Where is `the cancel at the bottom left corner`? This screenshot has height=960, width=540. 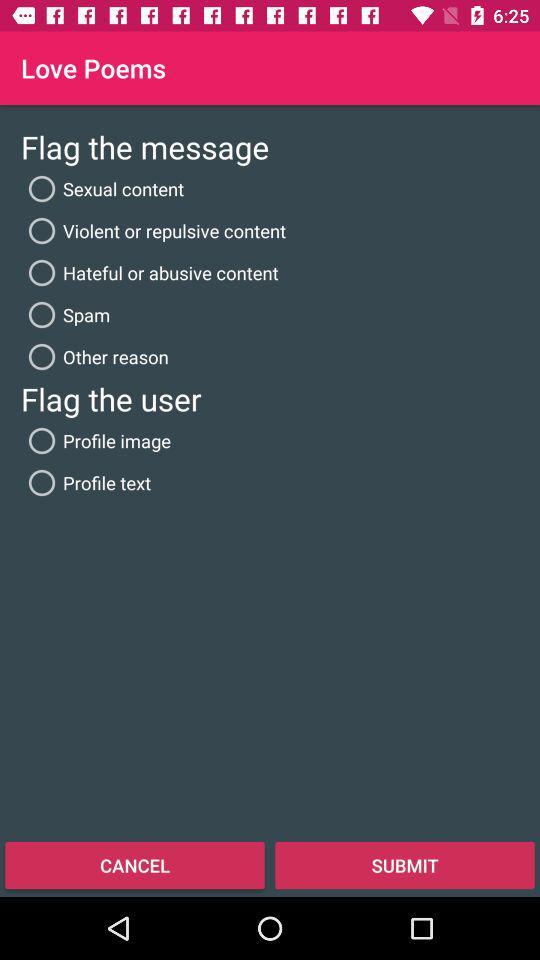 the cancel at the bottom left corner is located at coordinates (135, 864).